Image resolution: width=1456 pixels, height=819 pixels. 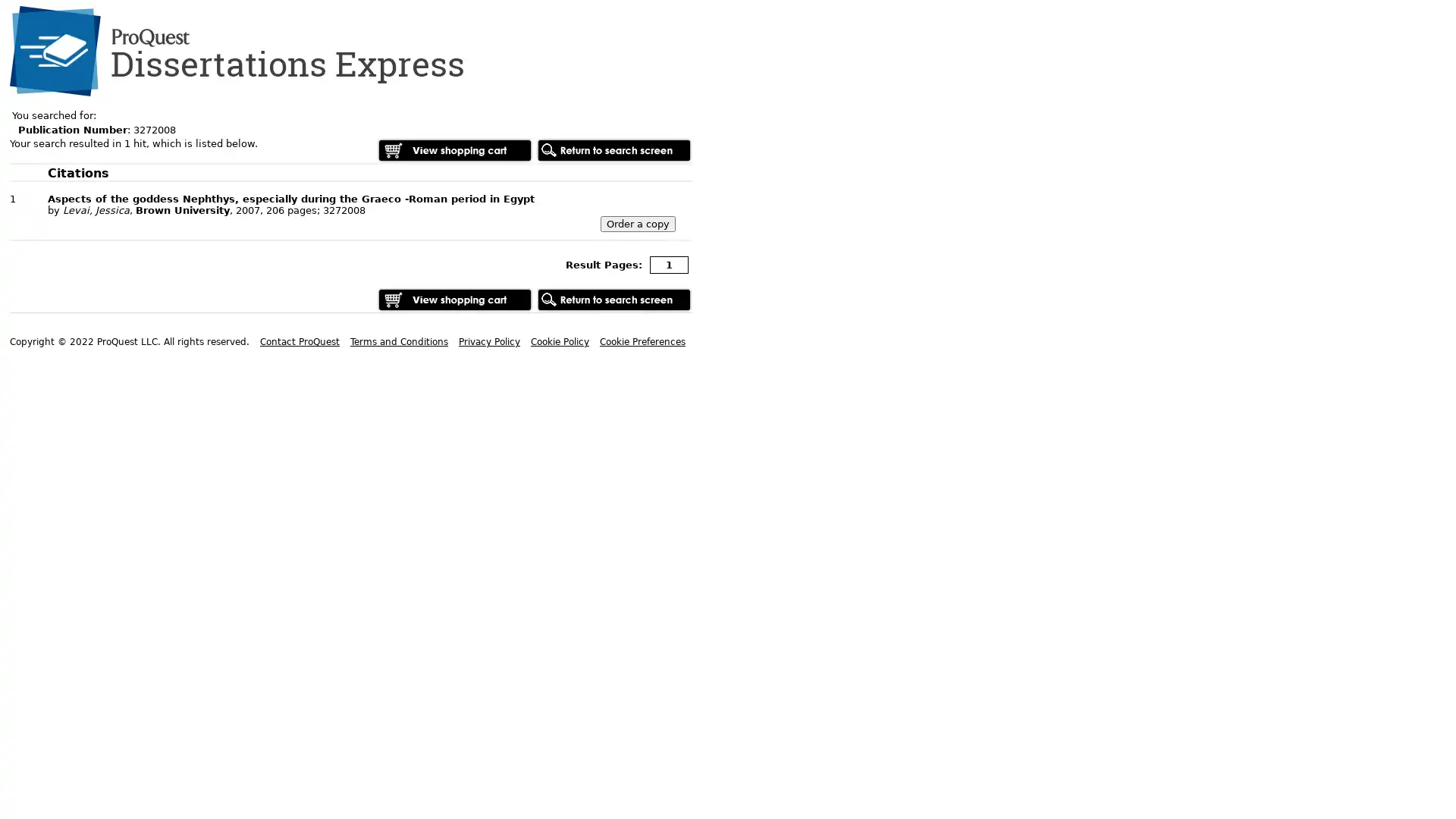 I want to click on Order a copy, so click(x=638, y=224).